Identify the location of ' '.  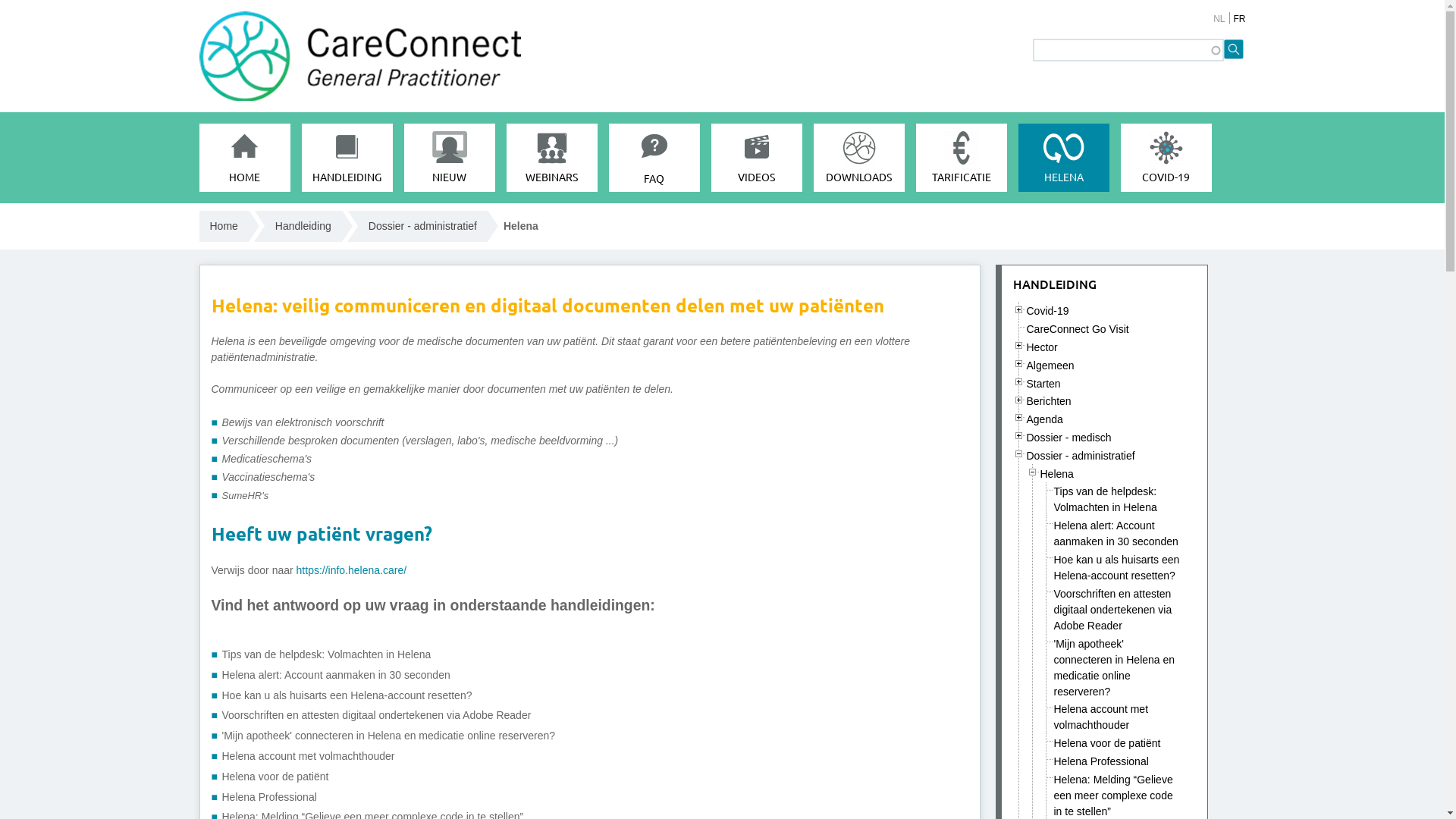
(1019, 363).